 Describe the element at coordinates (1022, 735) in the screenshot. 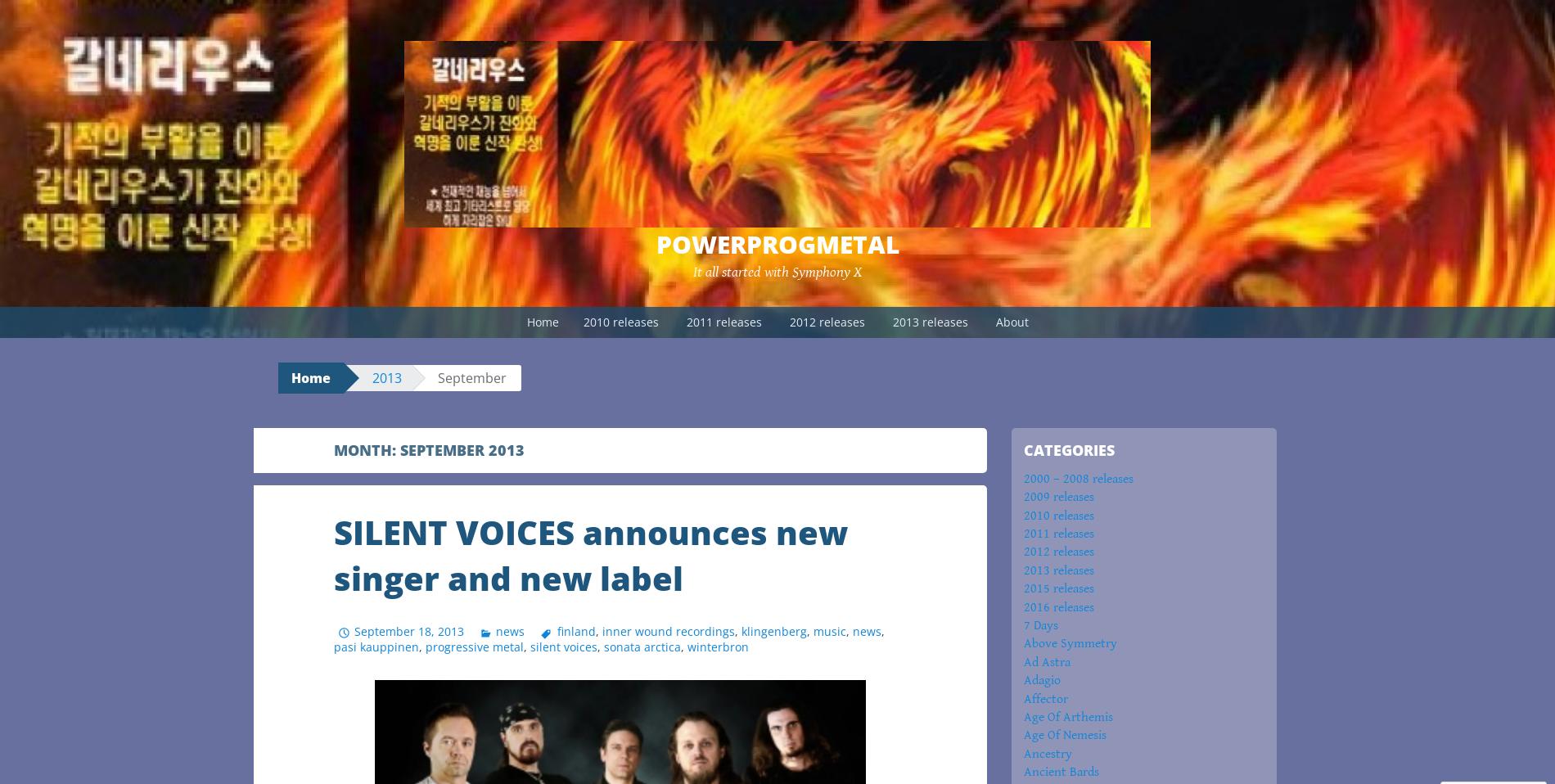

I see `'Age Of Nemesis'` at that location.